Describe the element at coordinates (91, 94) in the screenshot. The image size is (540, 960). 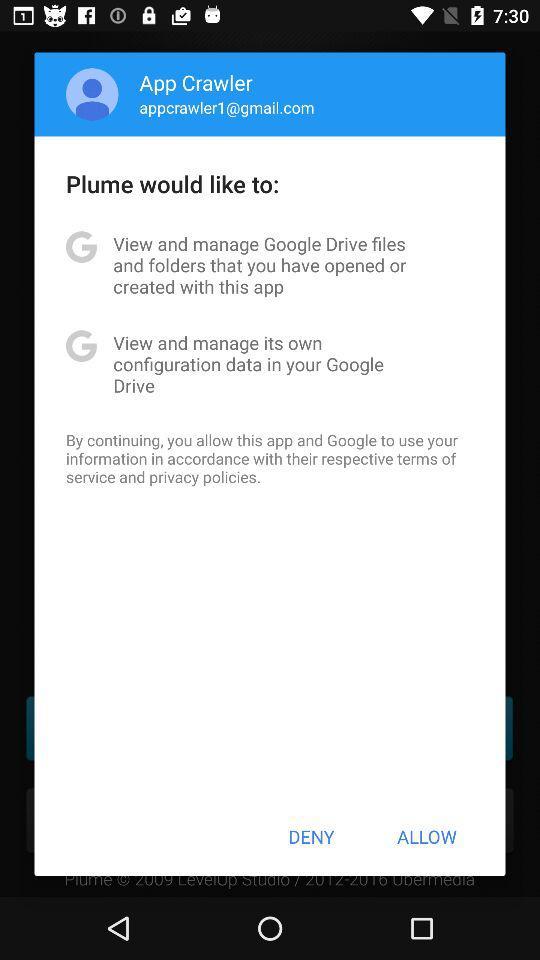
I see `the app above plume would like` at that location.